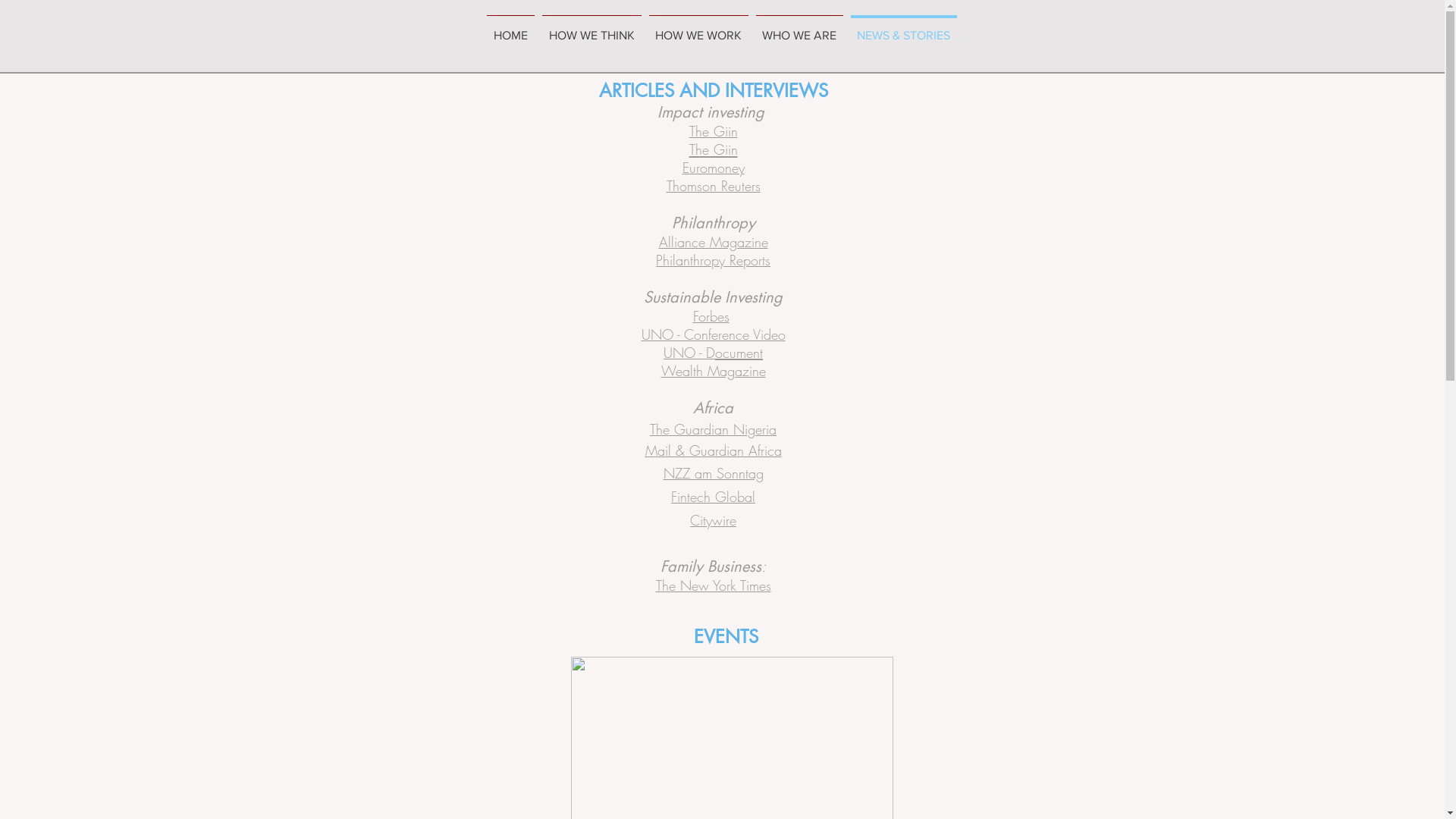 The image size is (1456, 819). I want to click on 'The Guardian Nigeria', so click(712, 430).